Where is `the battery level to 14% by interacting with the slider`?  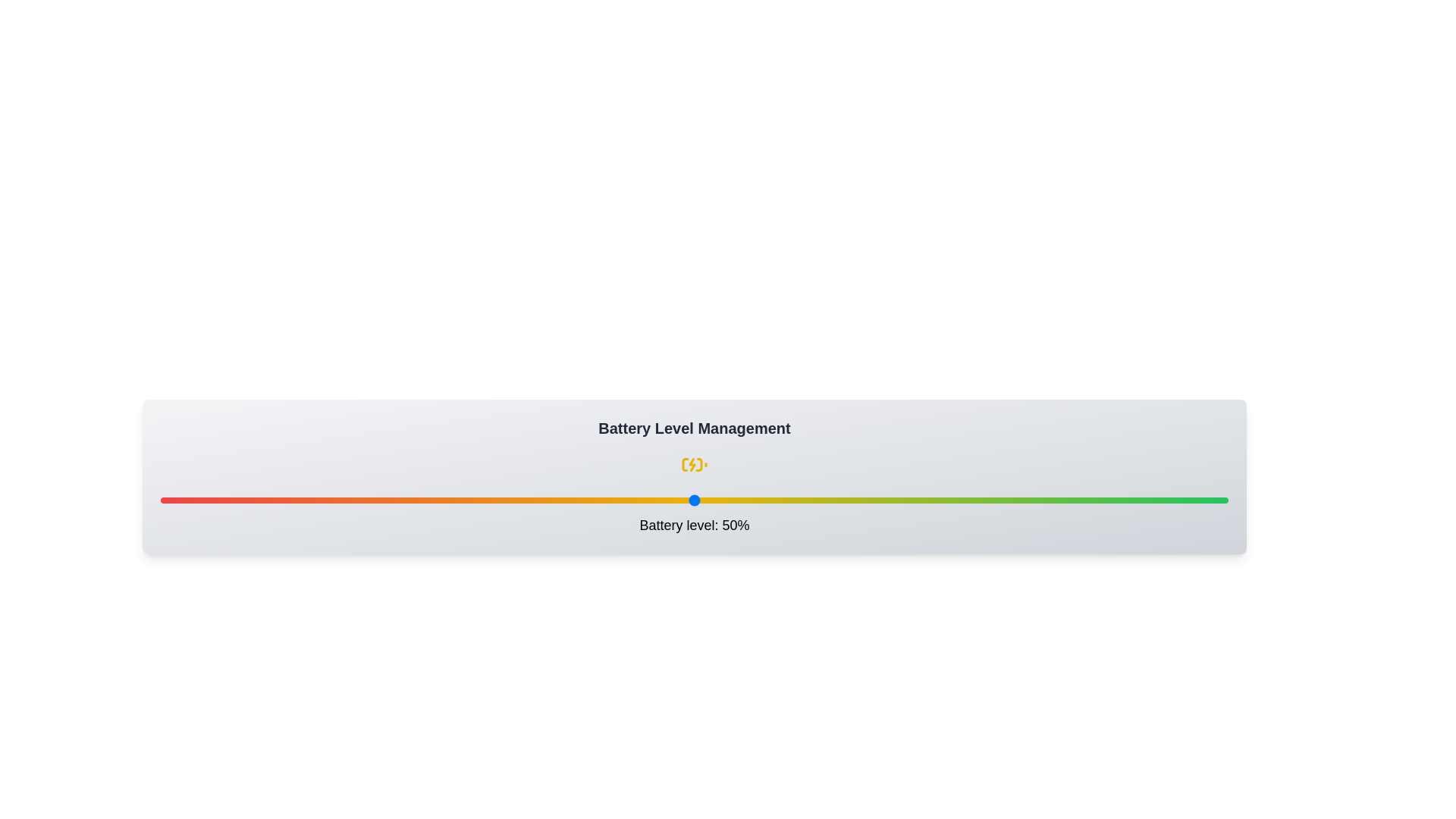
the battery level to 14% by interacting with the slider is located at coordinates (309, 500).